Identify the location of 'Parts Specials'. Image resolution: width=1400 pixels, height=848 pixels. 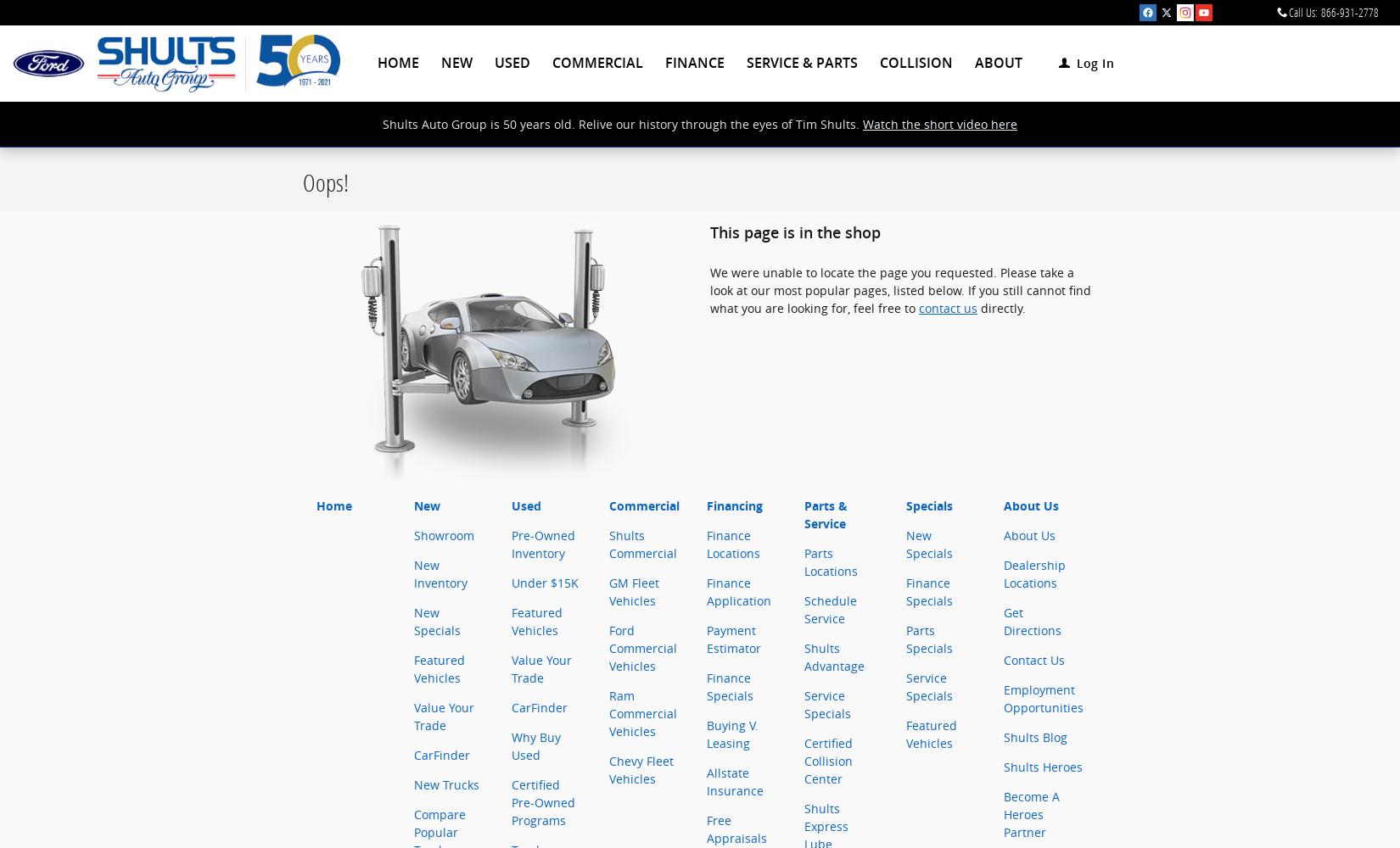
(906, 639).